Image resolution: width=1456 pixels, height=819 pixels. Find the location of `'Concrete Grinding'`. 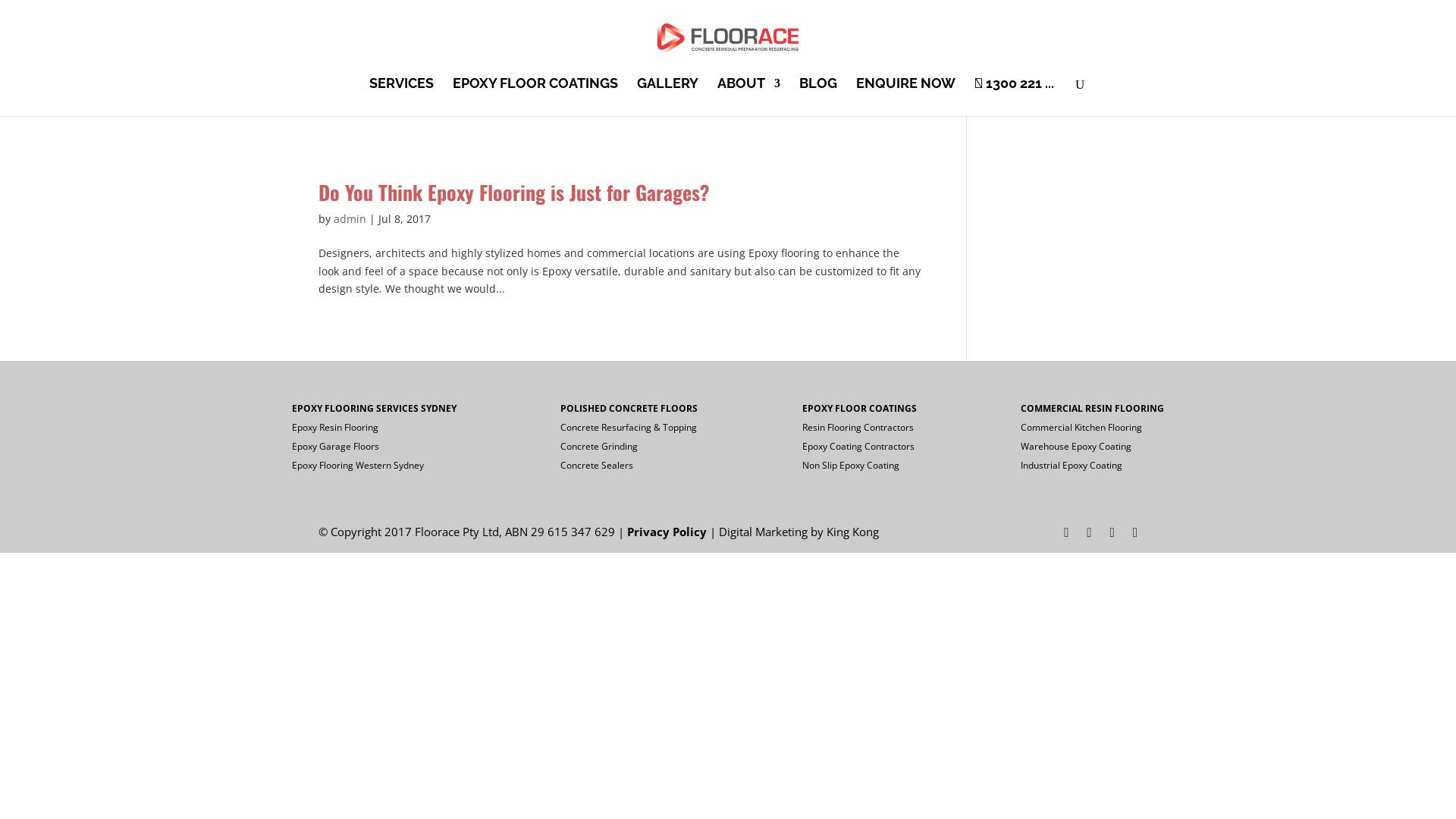

'Concrete Grinding' is located at coordinates (598, 445).